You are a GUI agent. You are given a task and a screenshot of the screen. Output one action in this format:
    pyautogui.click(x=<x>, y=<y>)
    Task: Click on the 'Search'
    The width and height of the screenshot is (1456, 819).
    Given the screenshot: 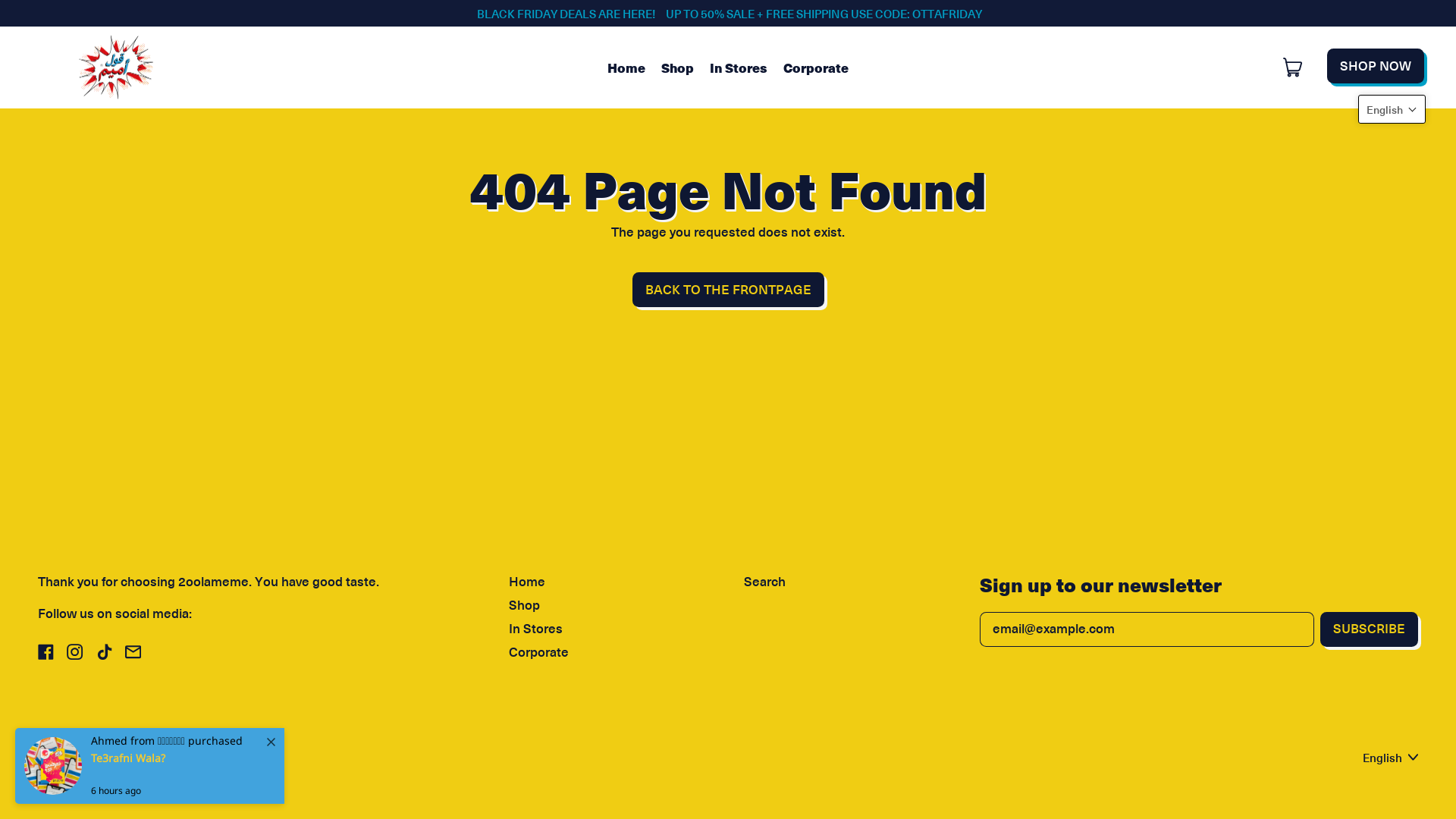 What is the action you would take?
    pyautogui.click(x=743, y=581)
    